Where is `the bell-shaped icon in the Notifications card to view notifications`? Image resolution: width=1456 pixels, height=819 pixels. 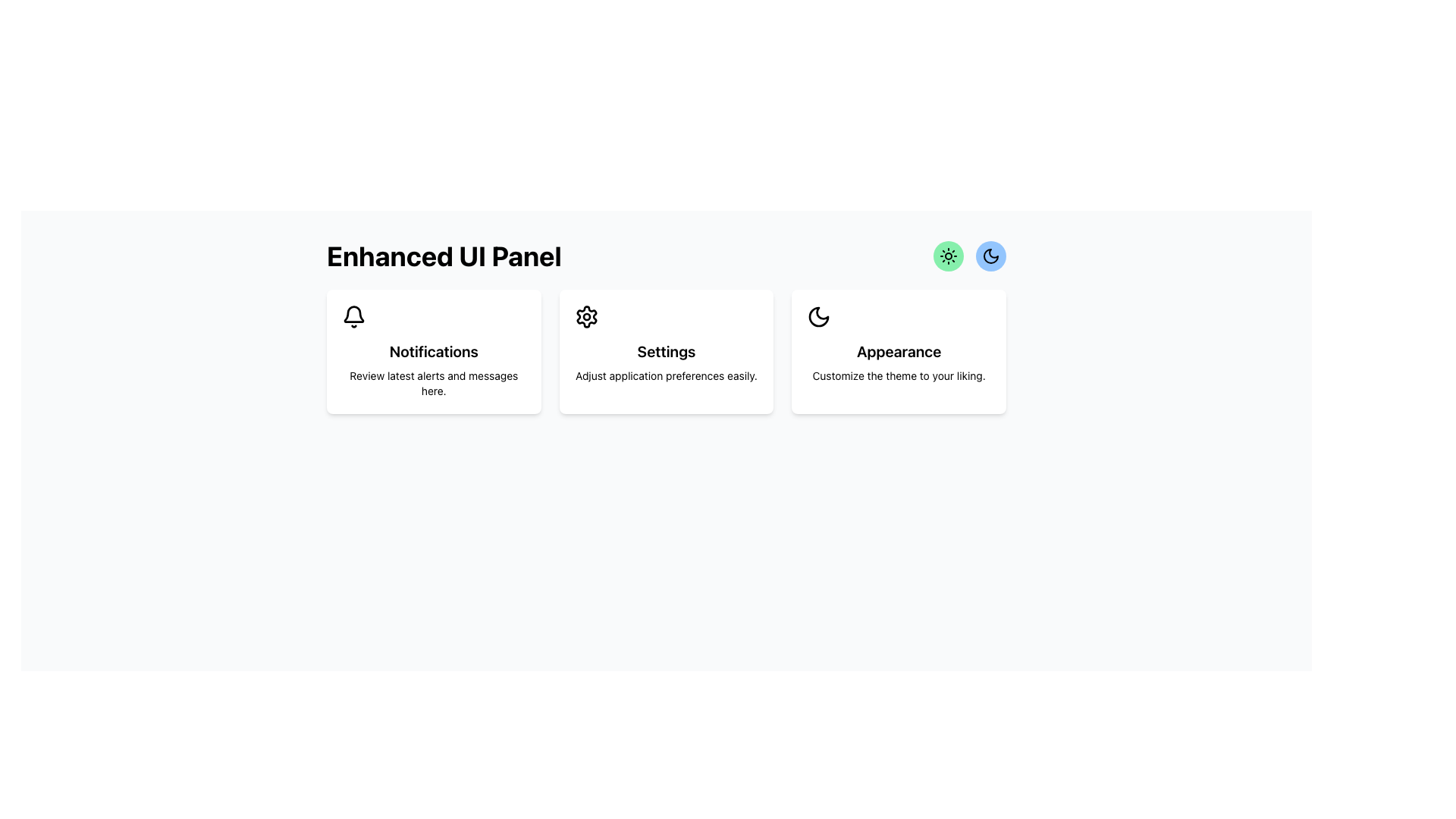
the bell-shaped icon in the Notifications card to view notifications is located at coordinates (353, 315).